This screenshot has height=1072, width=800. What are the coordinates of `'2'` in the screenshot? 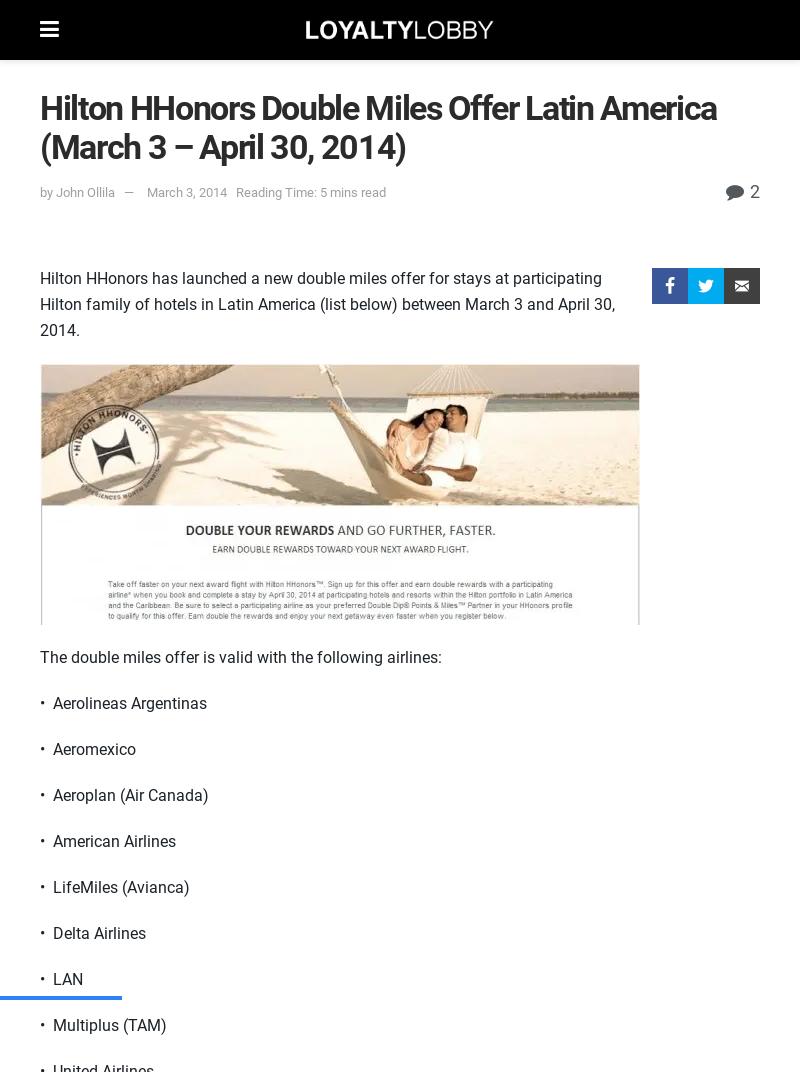 It's located at (752, 189).